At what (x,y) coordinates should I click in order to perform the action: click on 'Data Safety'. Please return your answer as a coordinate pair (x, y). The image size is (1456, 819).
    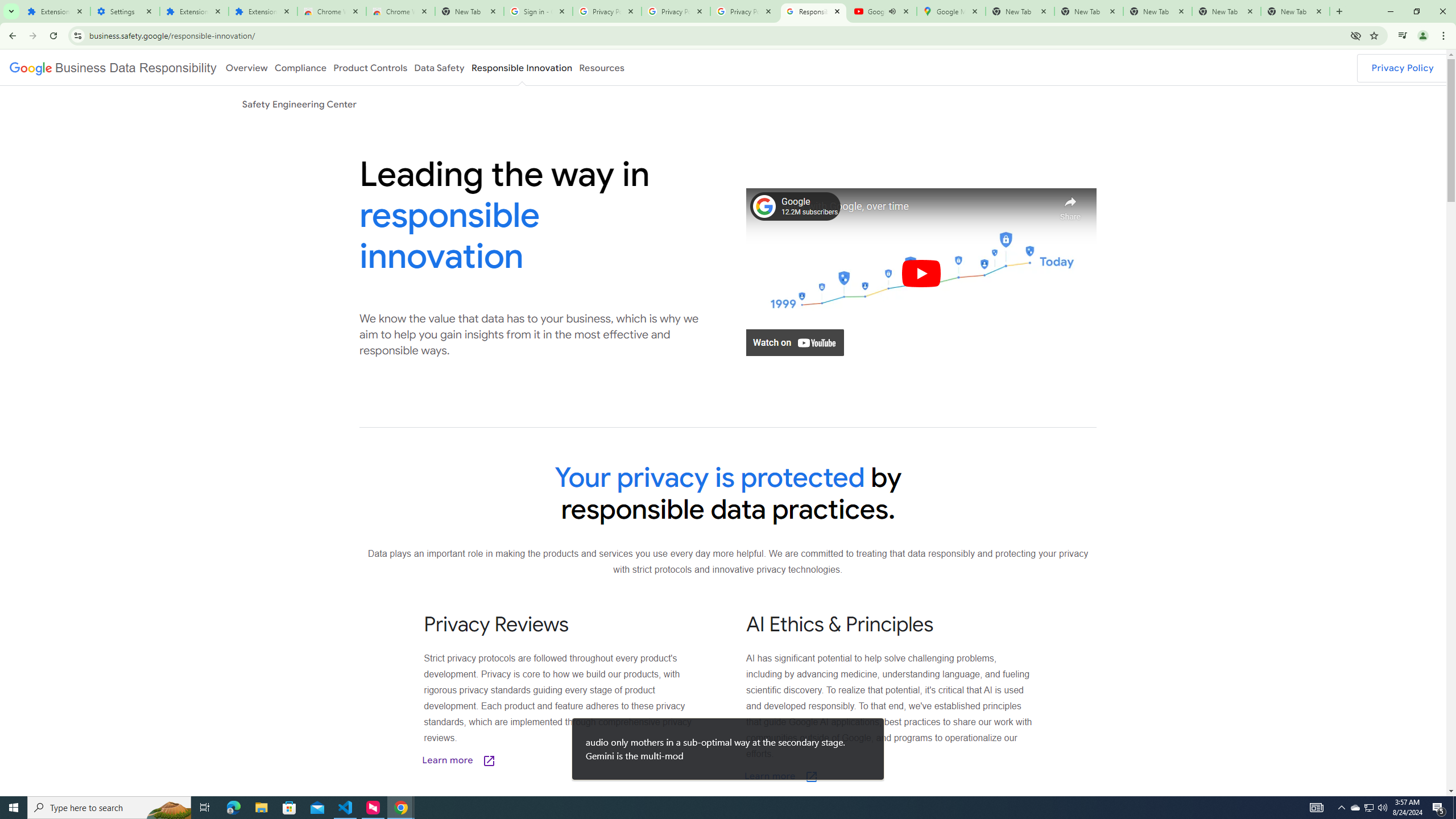
    Looking at the image, I should click on (438, 67).